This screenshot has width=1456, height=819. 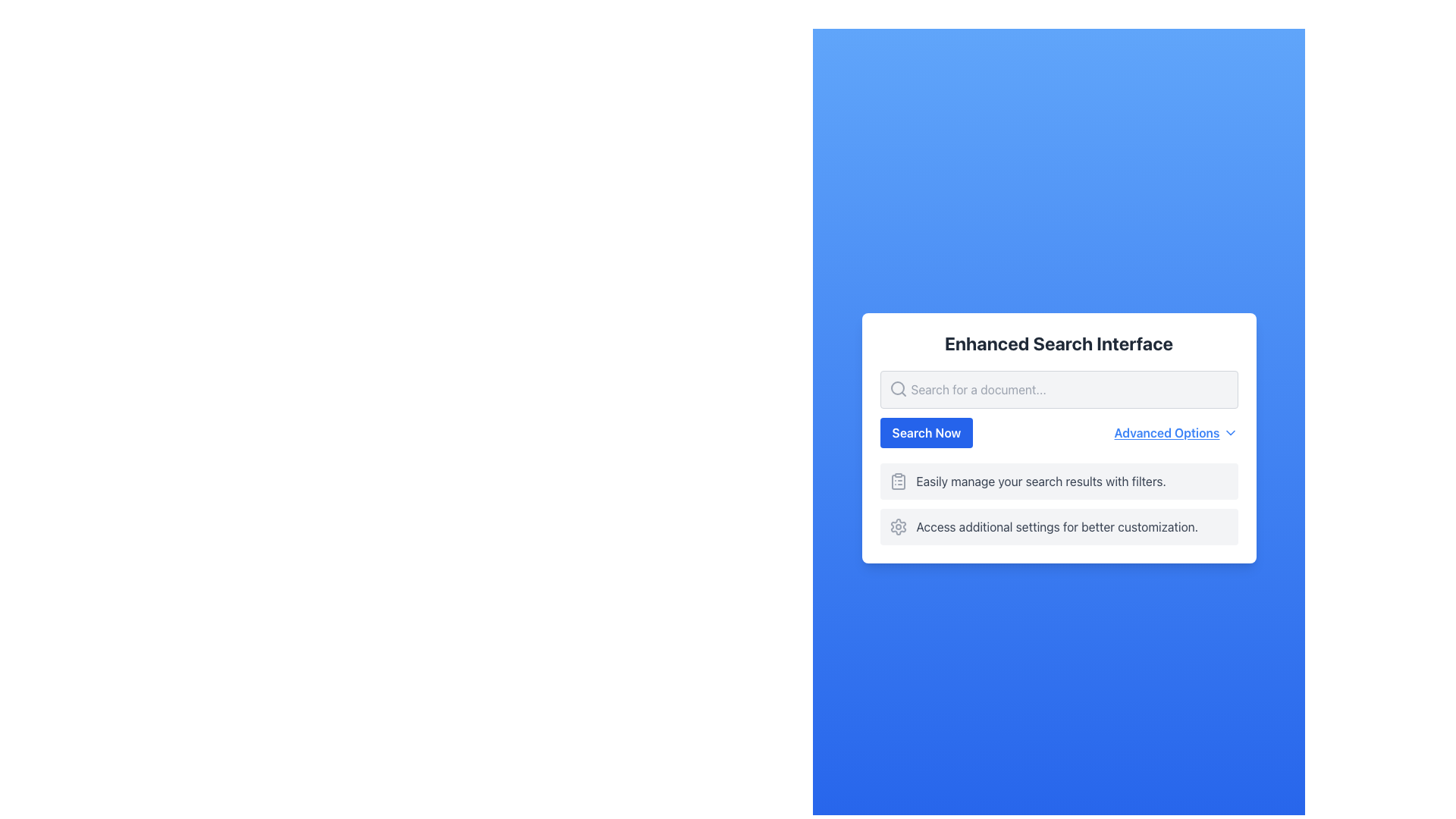 I want to click on the Link with dropdown icon, so click(x=1175, y=432).